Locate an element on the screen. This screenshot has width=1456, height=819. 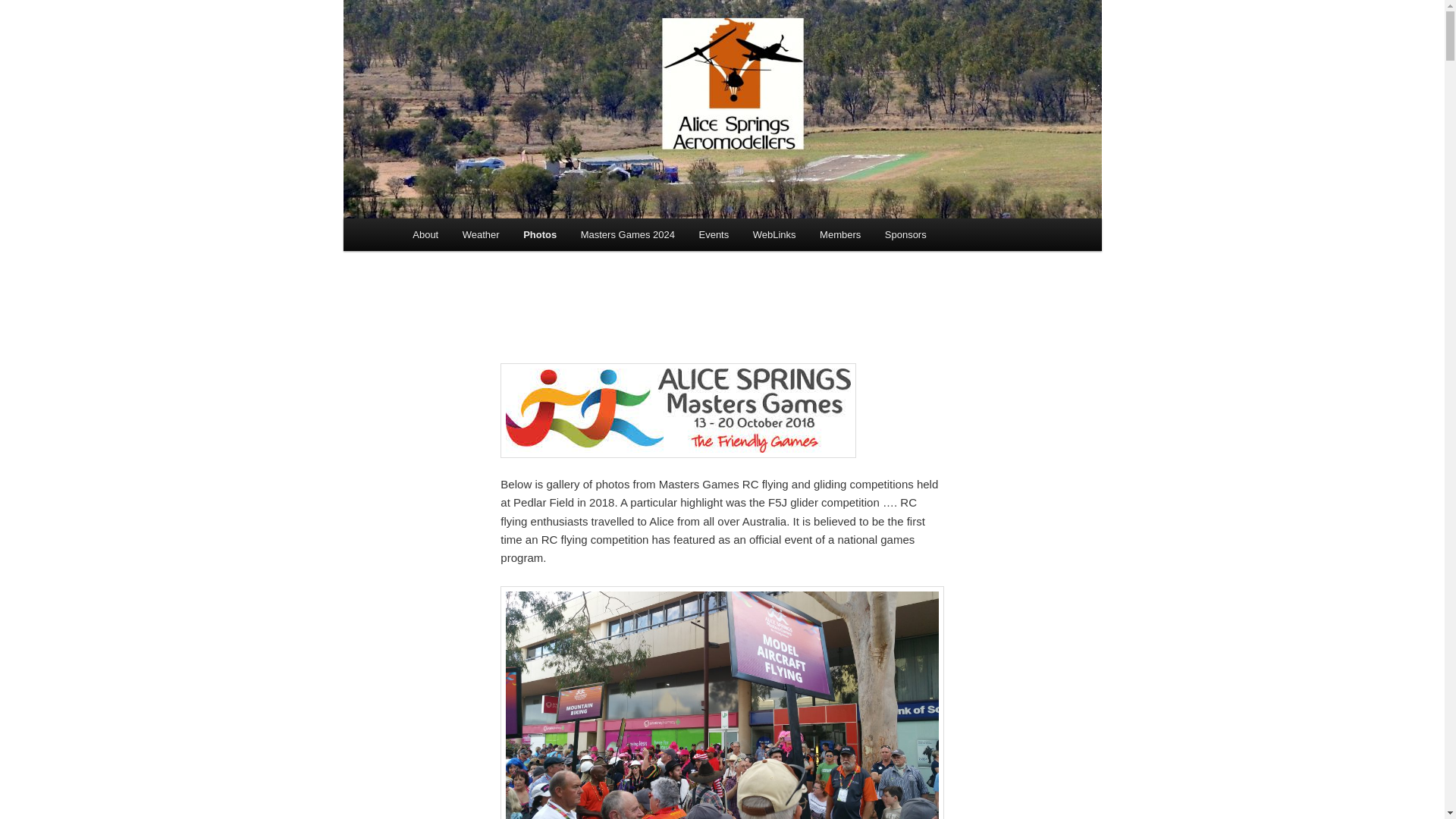
'Sponsors' is located at coordinates (905, 234).